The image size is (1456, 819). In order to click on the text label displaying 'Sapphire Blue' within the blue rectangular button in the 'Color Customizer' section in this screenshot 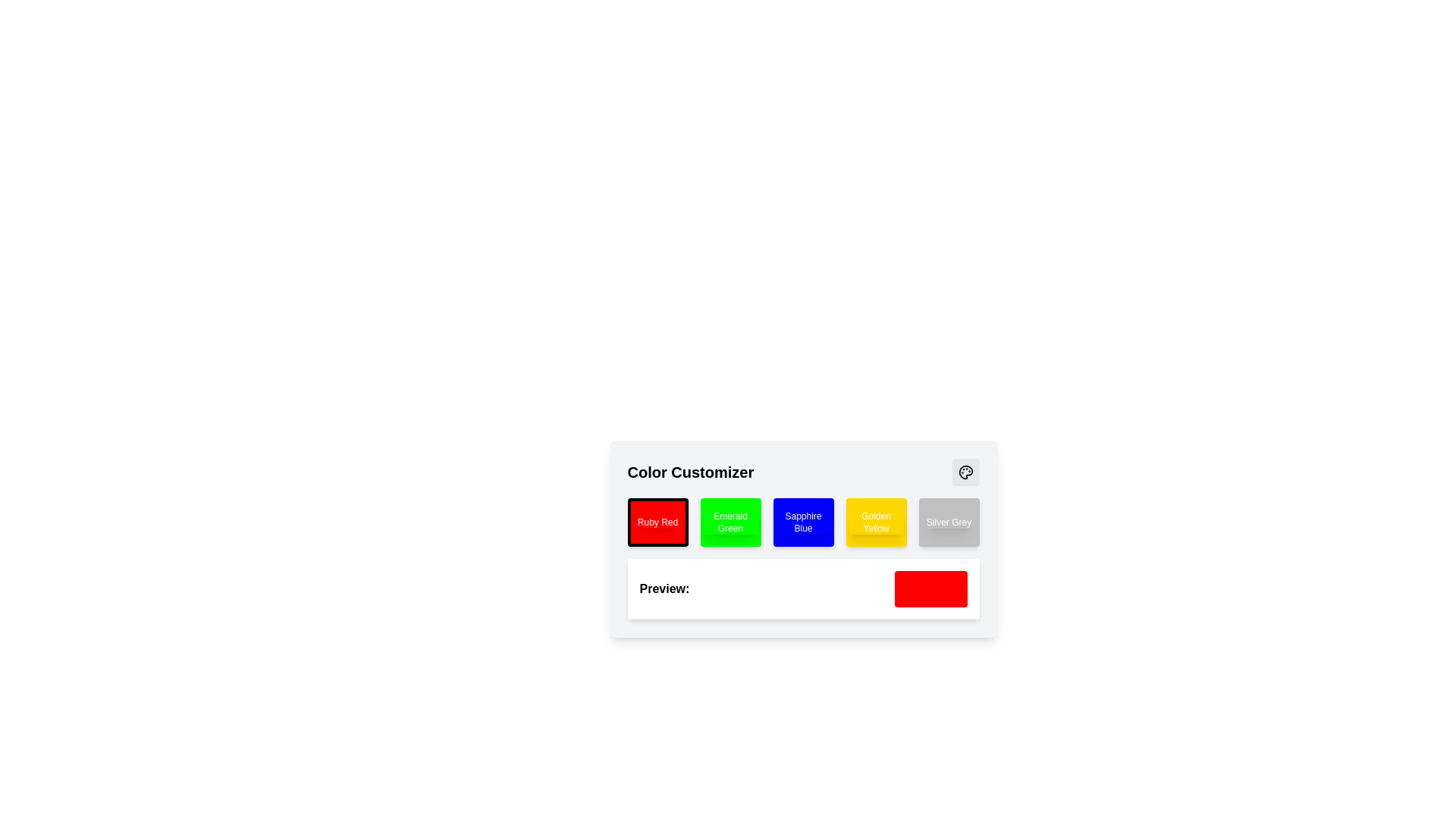, I will do `click(802, 522)`.